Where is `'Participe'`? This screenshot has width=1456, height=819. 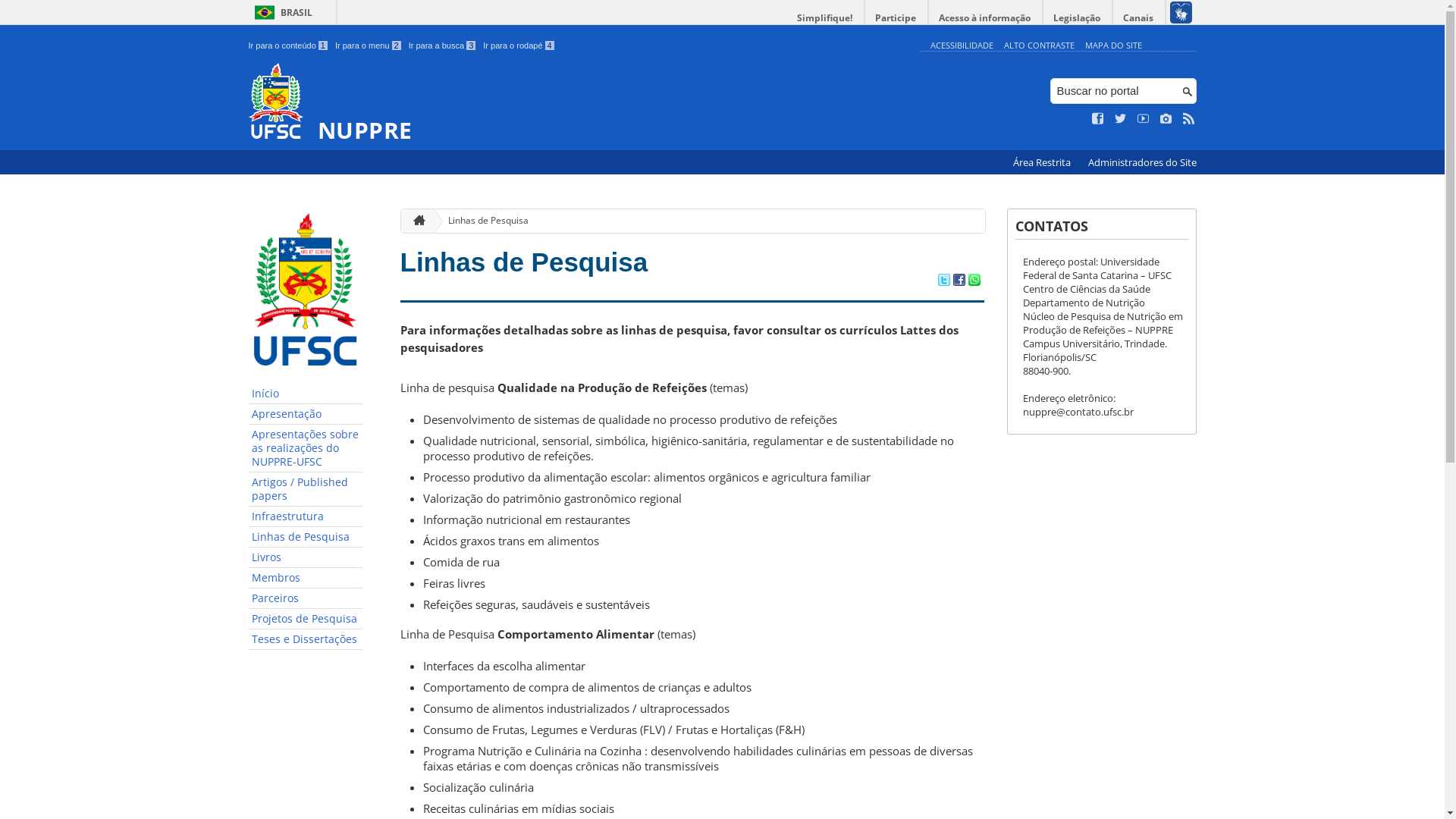 'Participe' is located at coordinates (895, 17).